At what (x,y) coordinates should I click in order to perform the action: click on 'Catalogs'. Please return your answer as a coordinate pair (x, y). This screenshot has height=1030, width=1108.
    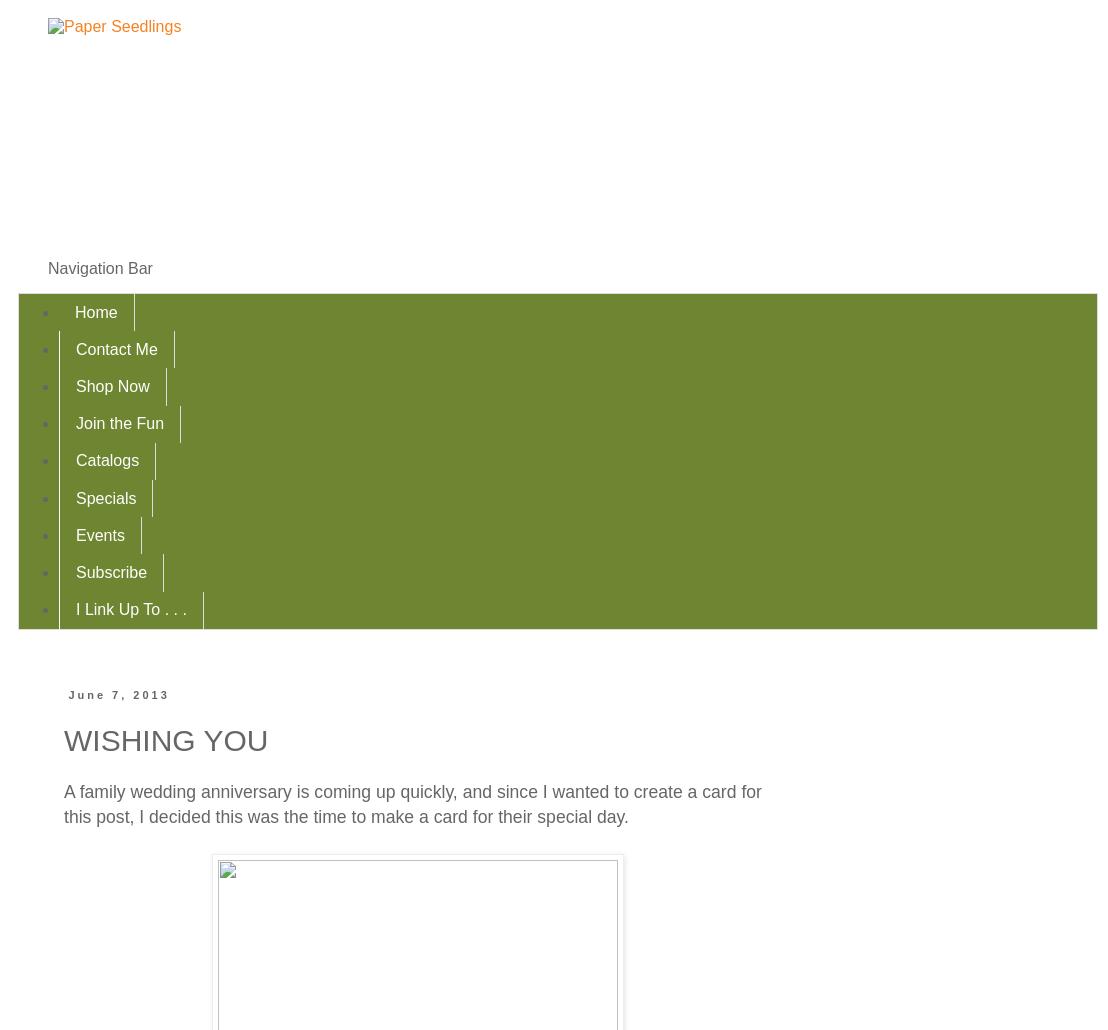
    Looking at the image, I should click on (107, 459).